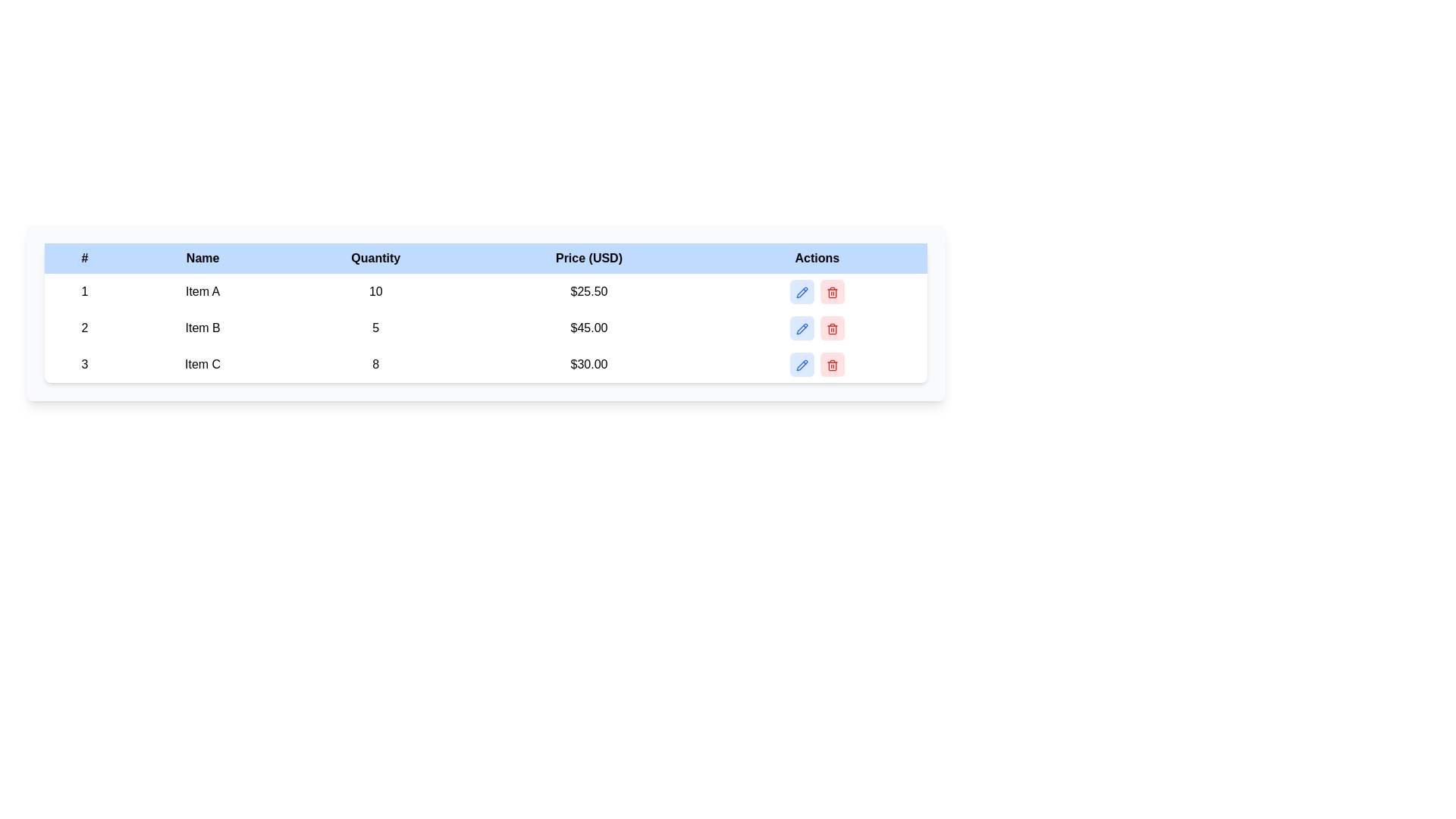  I want to click on the 'Quantity' text element displaying the quantity of the first item listed in the table, so click(375, 292).